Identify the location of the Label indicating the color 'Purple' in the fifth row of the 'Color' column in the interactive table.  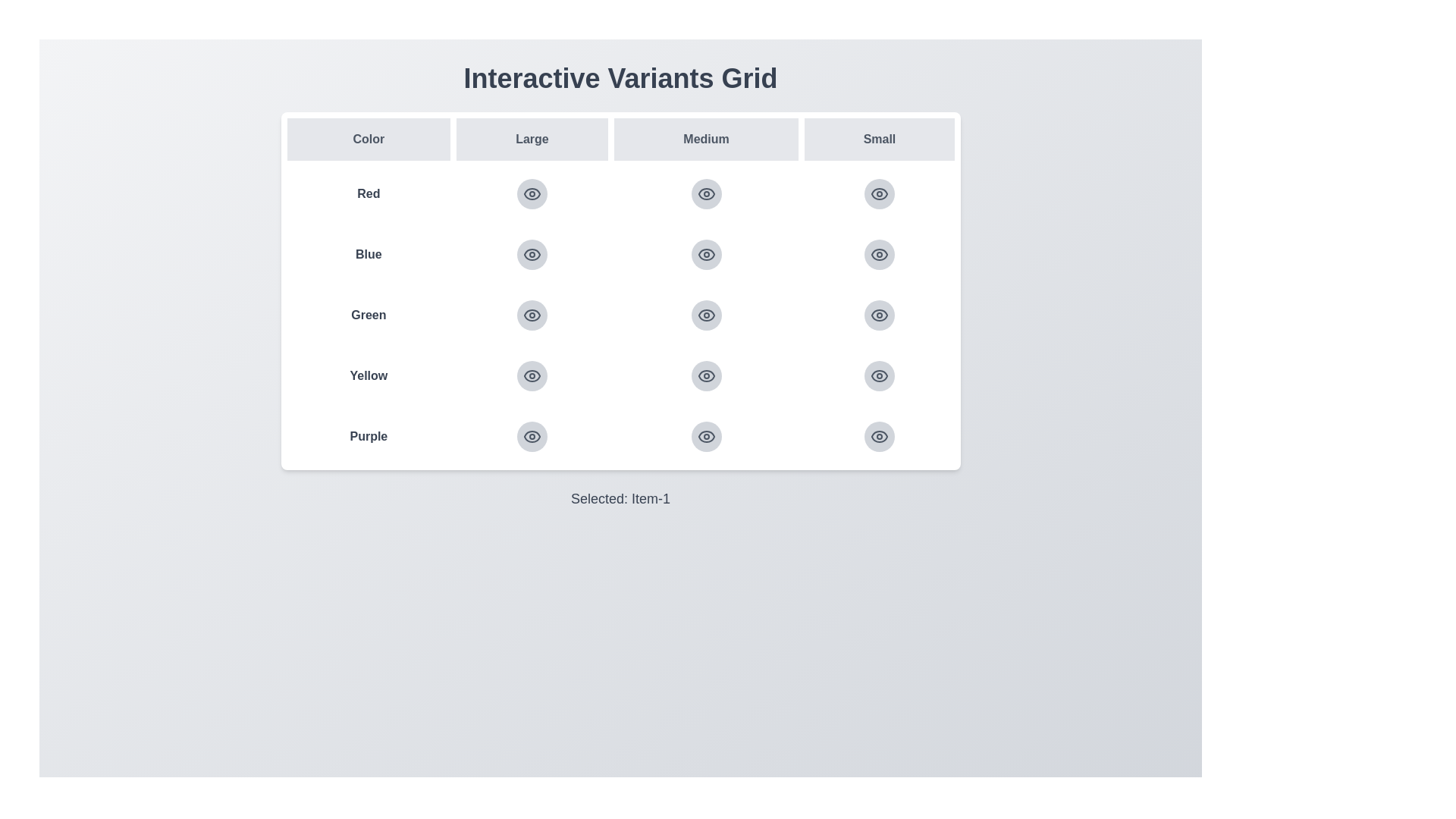
(369, 436).